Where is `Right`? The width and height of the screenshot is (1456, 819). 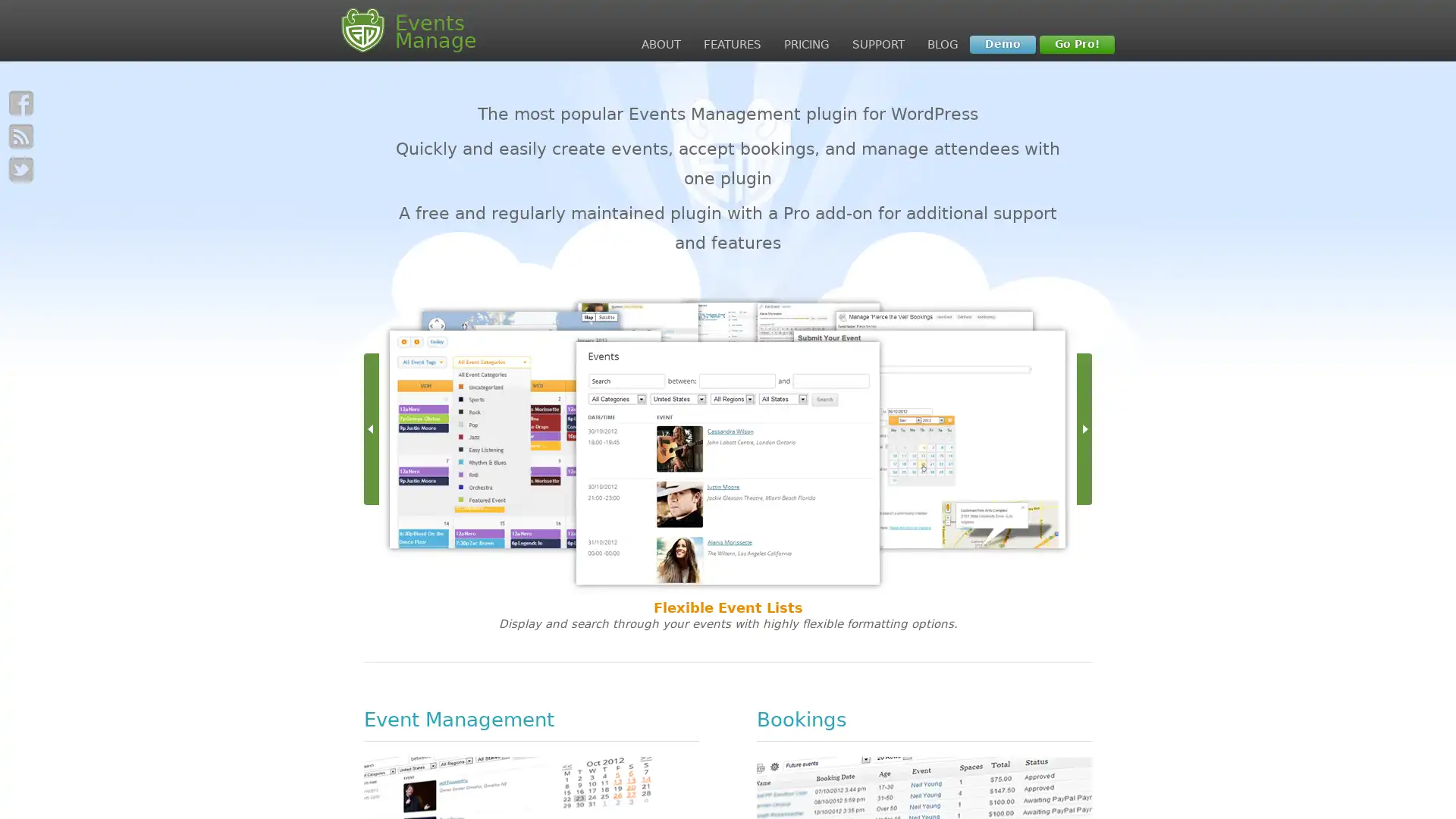 Right is located at coordinates (1084, 428).